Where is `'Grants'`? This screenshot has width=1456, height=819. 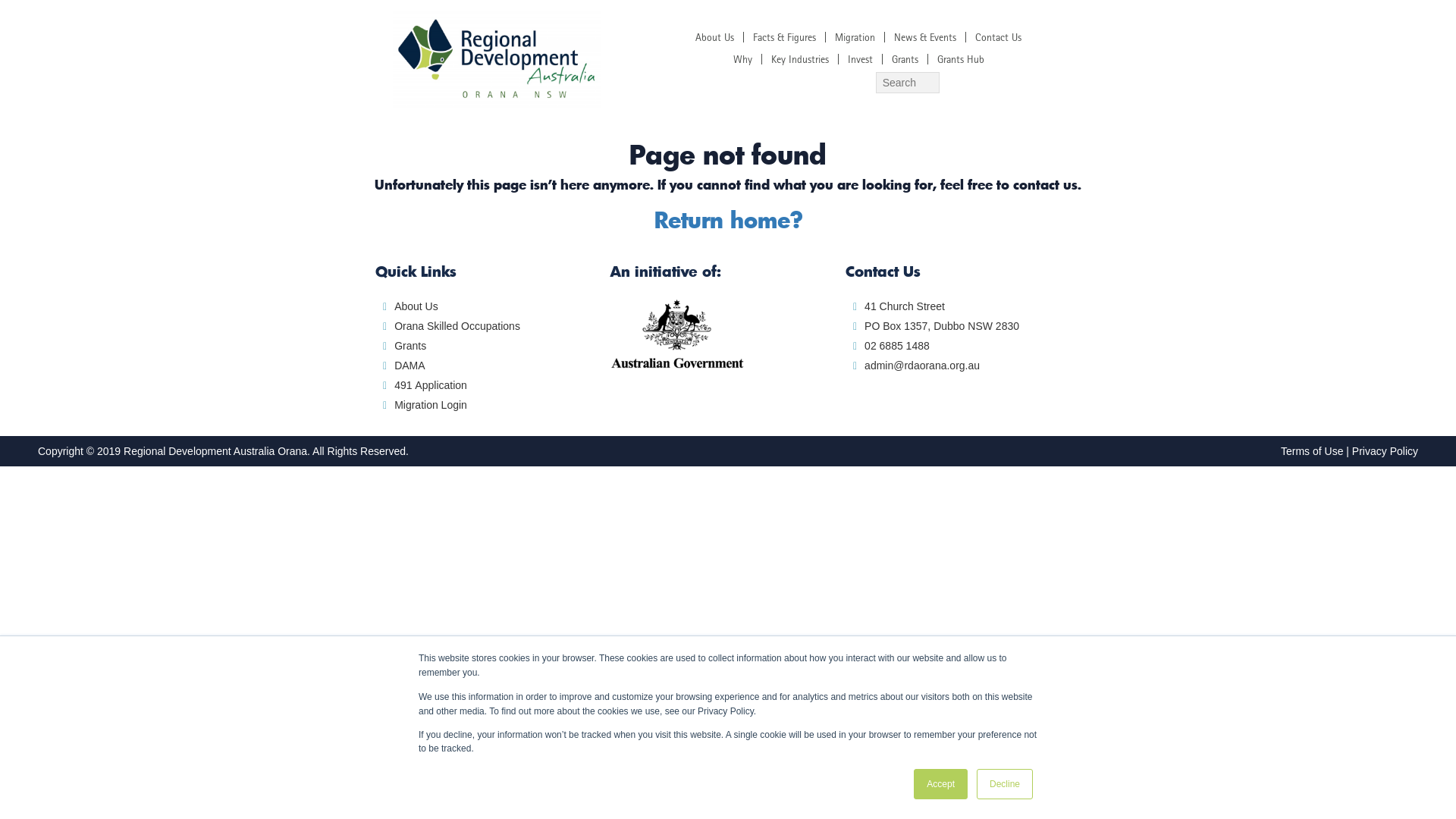
'Grants' is located at coordinates (410, 345).